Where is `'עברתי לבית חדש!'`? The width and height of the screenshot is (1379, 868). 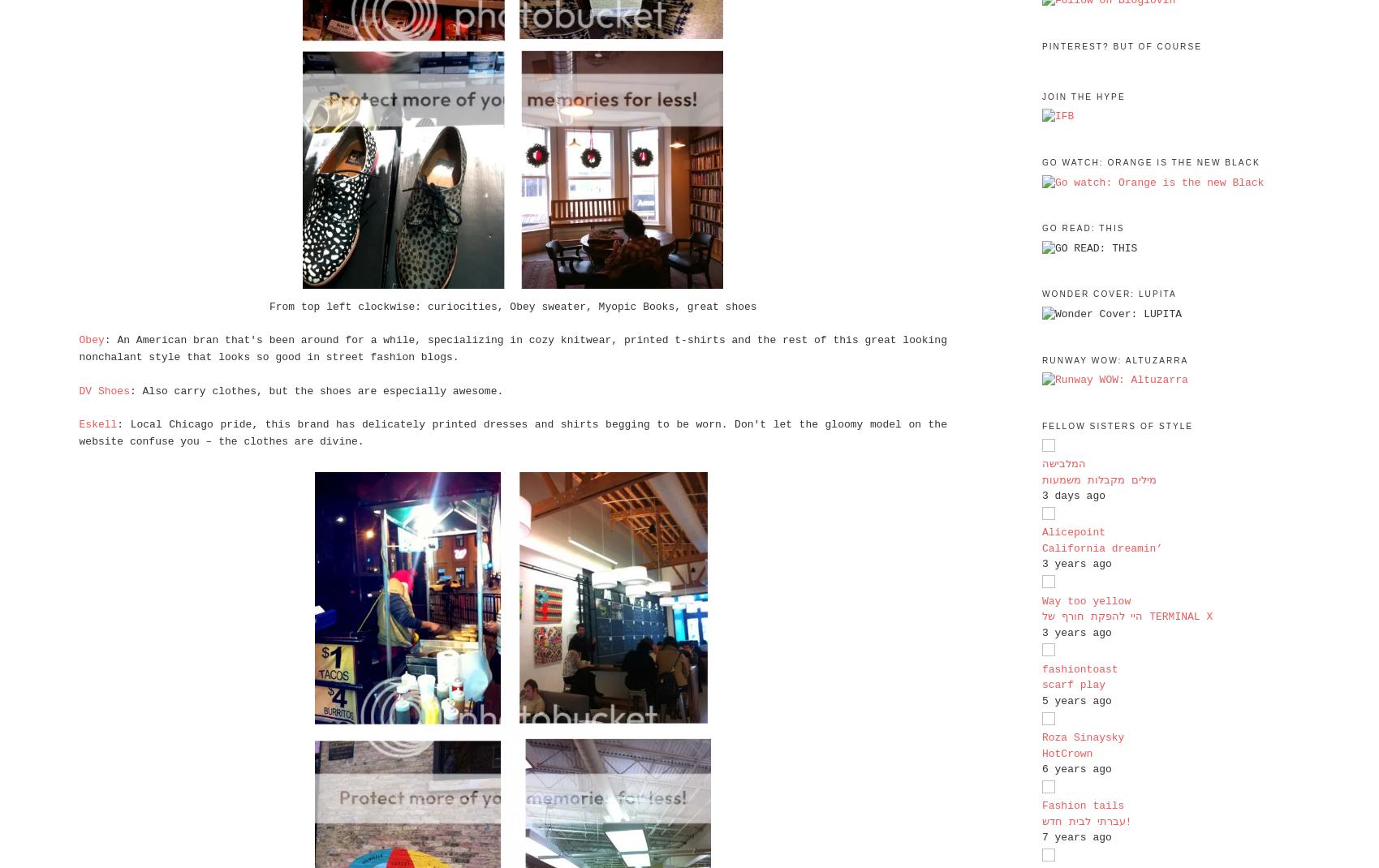
'עברתי לבית חדש!' is located at coordinates (1086, 821).